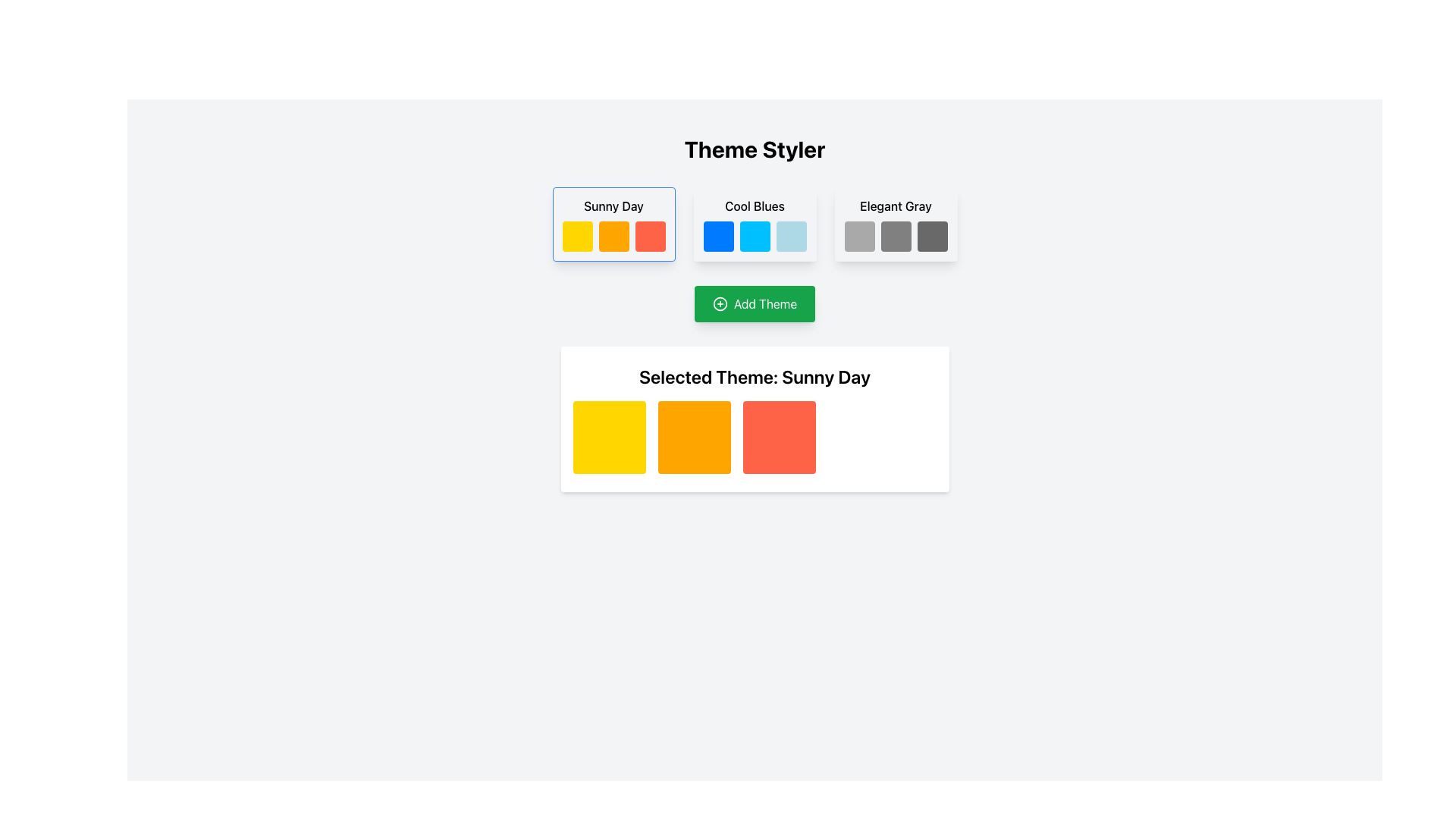  I want to click on the bold text label reading 'Cool Blues' which is positioned above three colored swatches in the middle theme block, so click(755, 206).